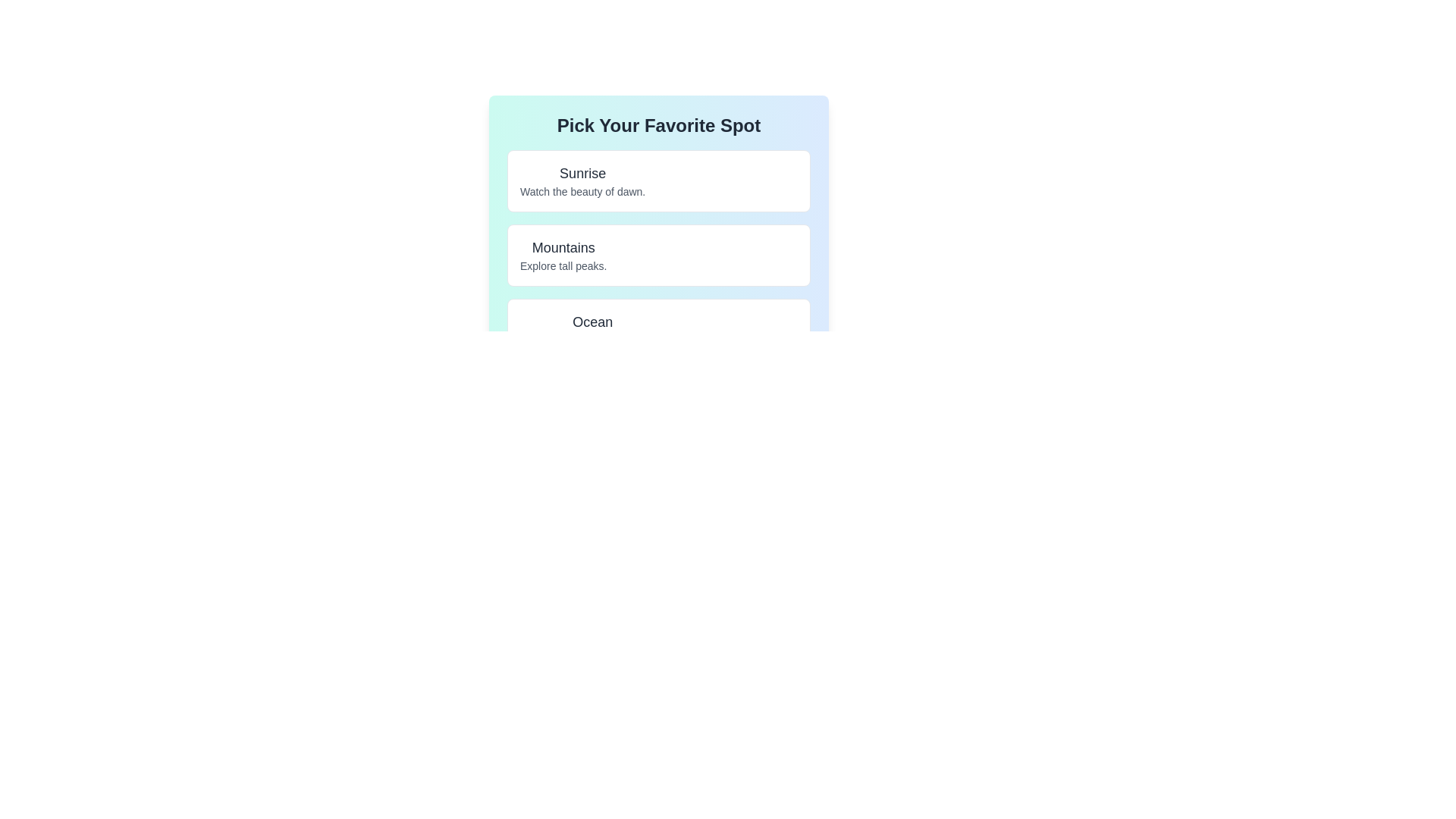  I want to click on the text element that serves as a label or title for content related to 'Mountains', located centrally in the second rectangular section between 'Sunrise' and 'Ocean', so click(563, 247).